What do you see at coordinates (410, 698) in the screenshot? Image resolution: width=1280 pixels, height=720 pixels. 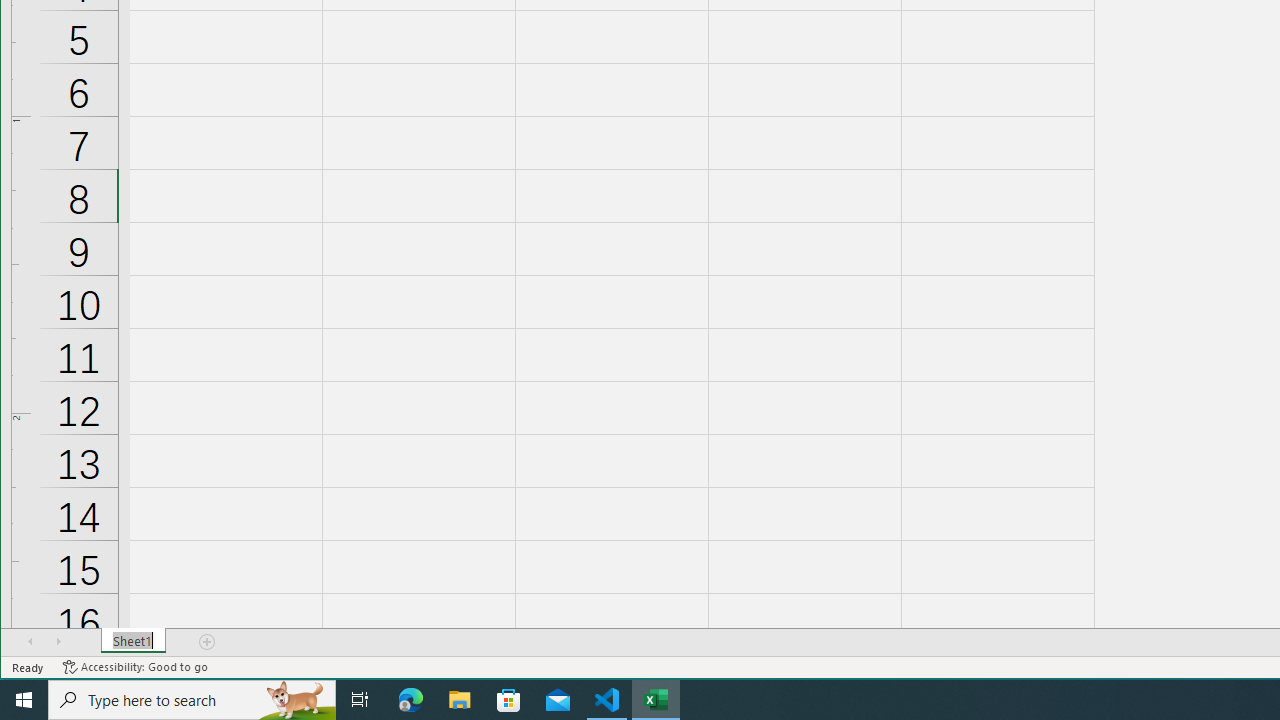 I see `'Microsoft Edge'` at bounding box center [410, 698].